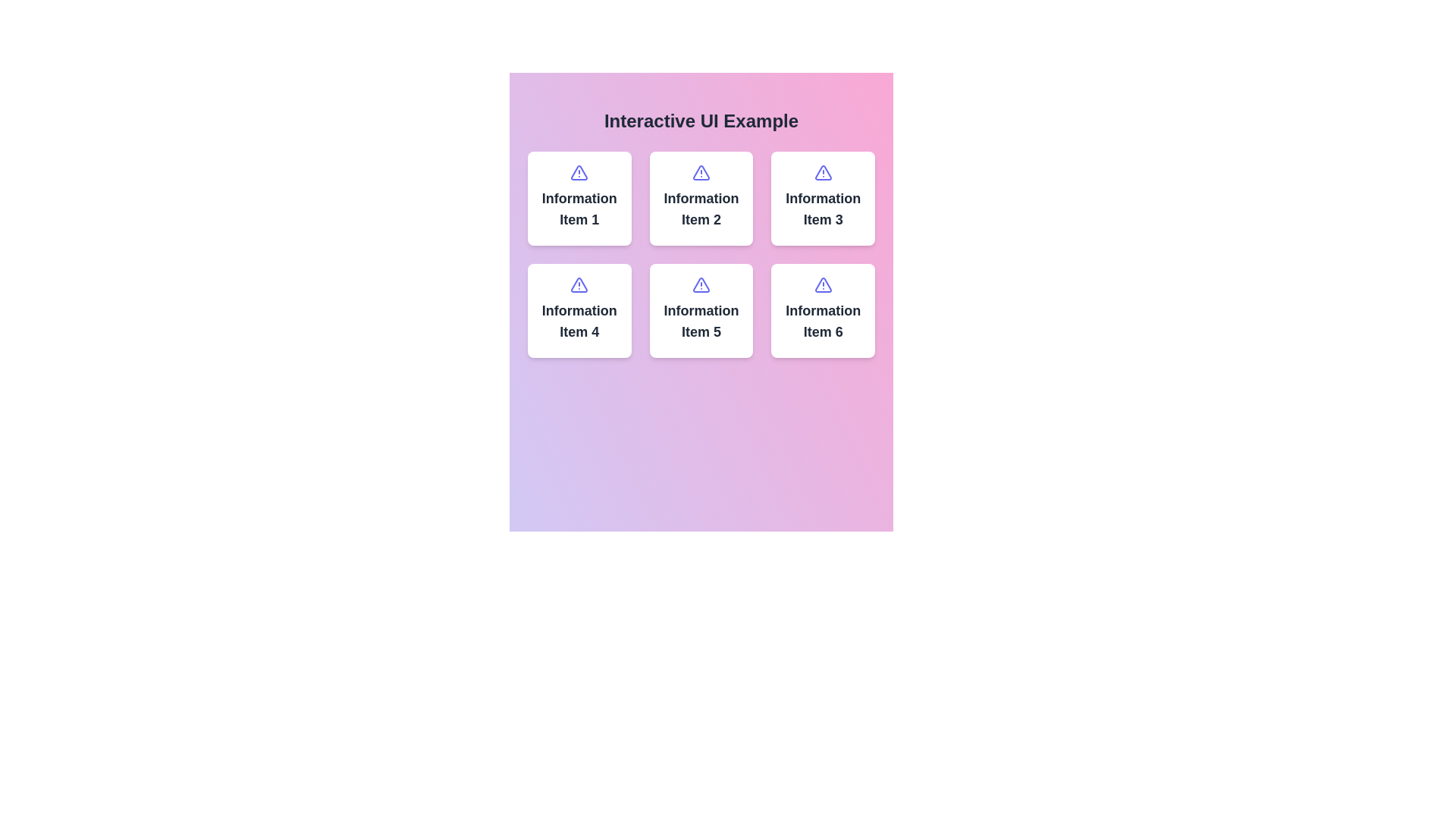 The height and width of the screenshot is (819, 1456). Describe the element at coordinates (822, 284) in the screenshot. I see `the warning or alert icon located in the header area of the sixth card in a 2x3 grid` at that location.